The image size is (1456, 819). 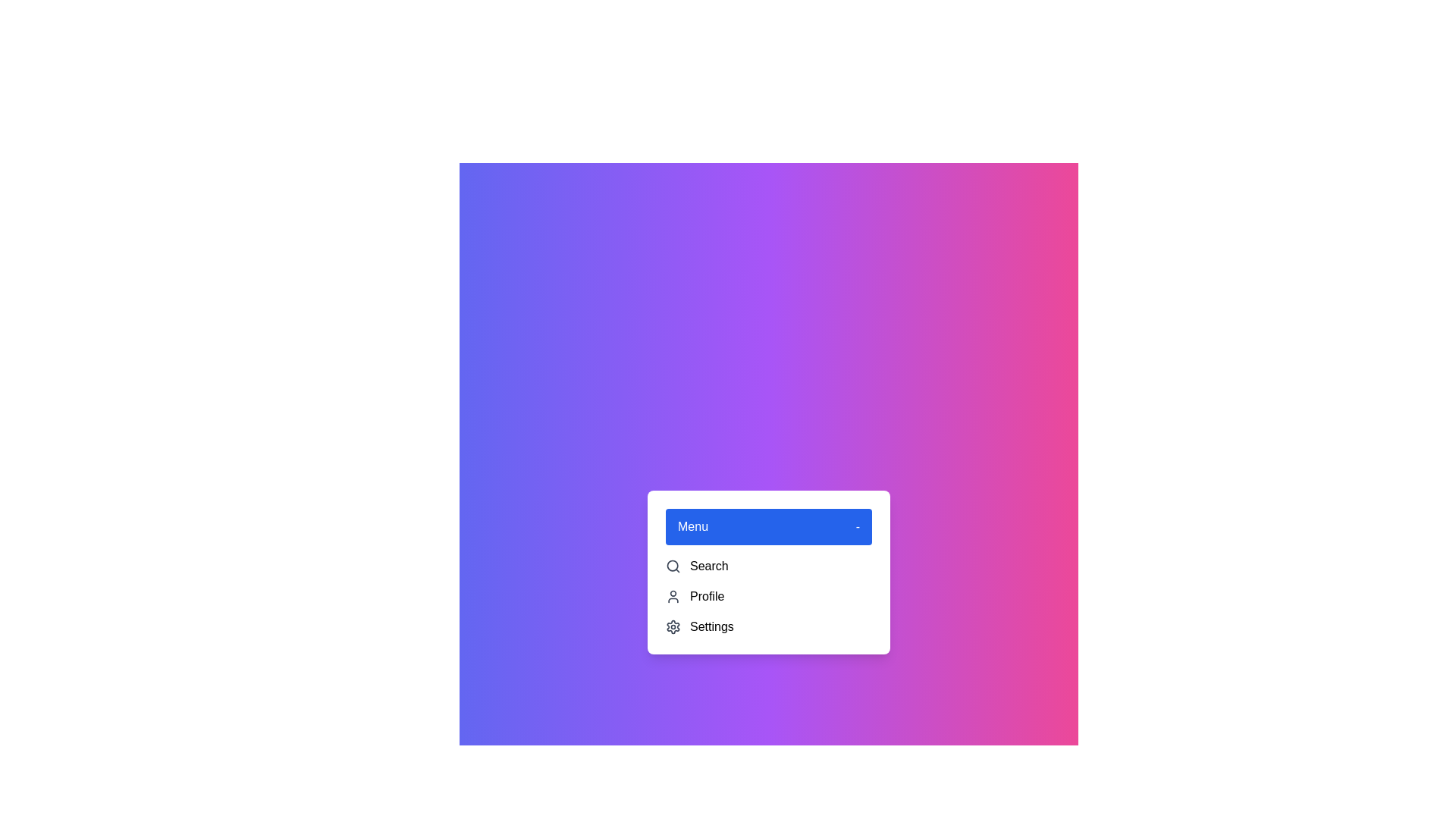 What do you see at coordinates (768, 595) in the screenshot?
I see `the 'Profile' option in the dropdown menu` at bounding box center [768, 595].